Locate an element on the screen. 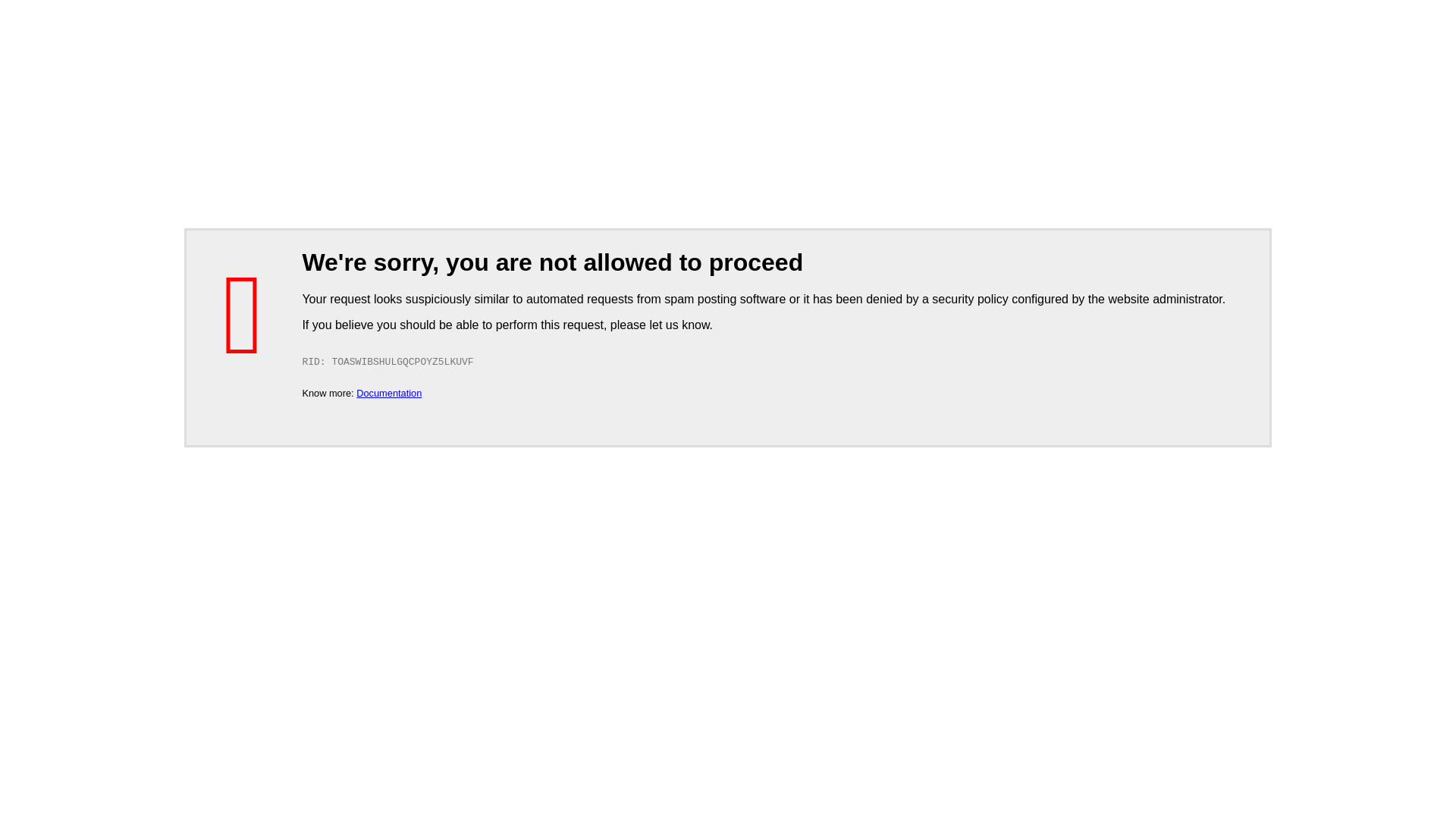 The image size is (1456, 819). 'Documentation' is located at coordinates (356, 392).